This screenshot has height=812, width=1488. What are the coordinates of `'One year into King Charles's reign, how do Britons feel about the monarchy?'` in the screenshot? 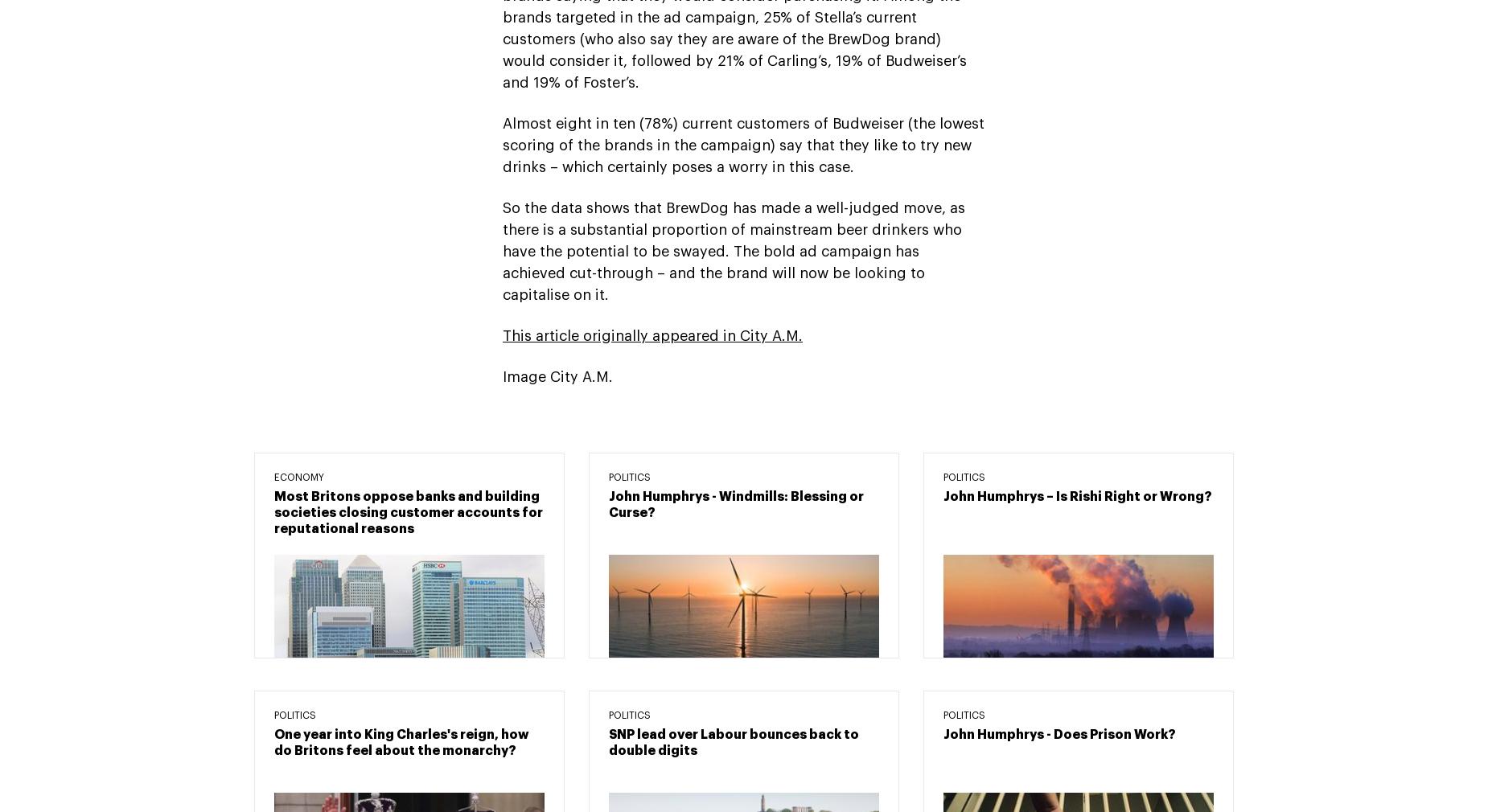 It's located at (401, 742).